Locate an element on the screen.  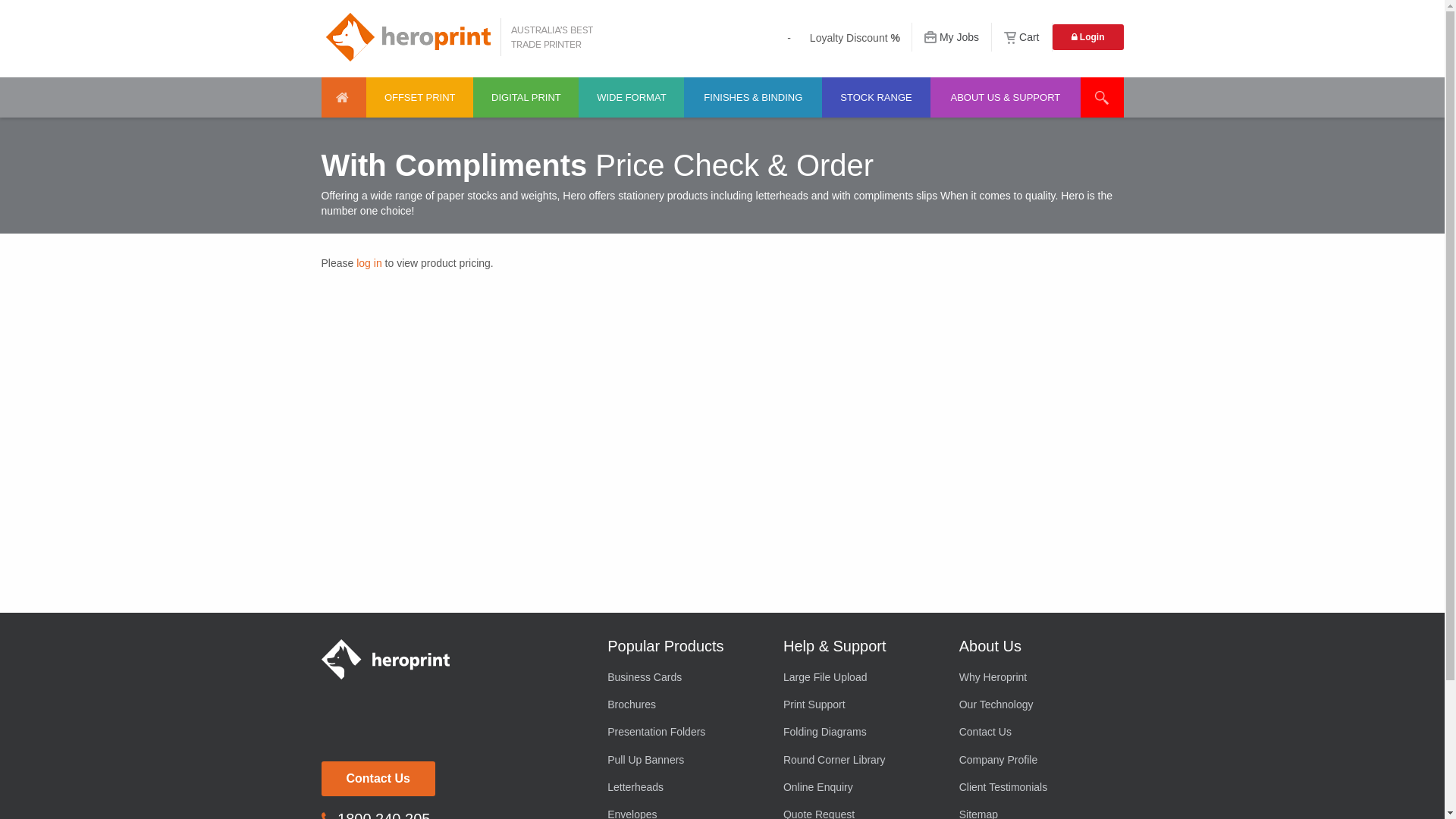
'Round Corner Library' is located at coordinates (859, 760).